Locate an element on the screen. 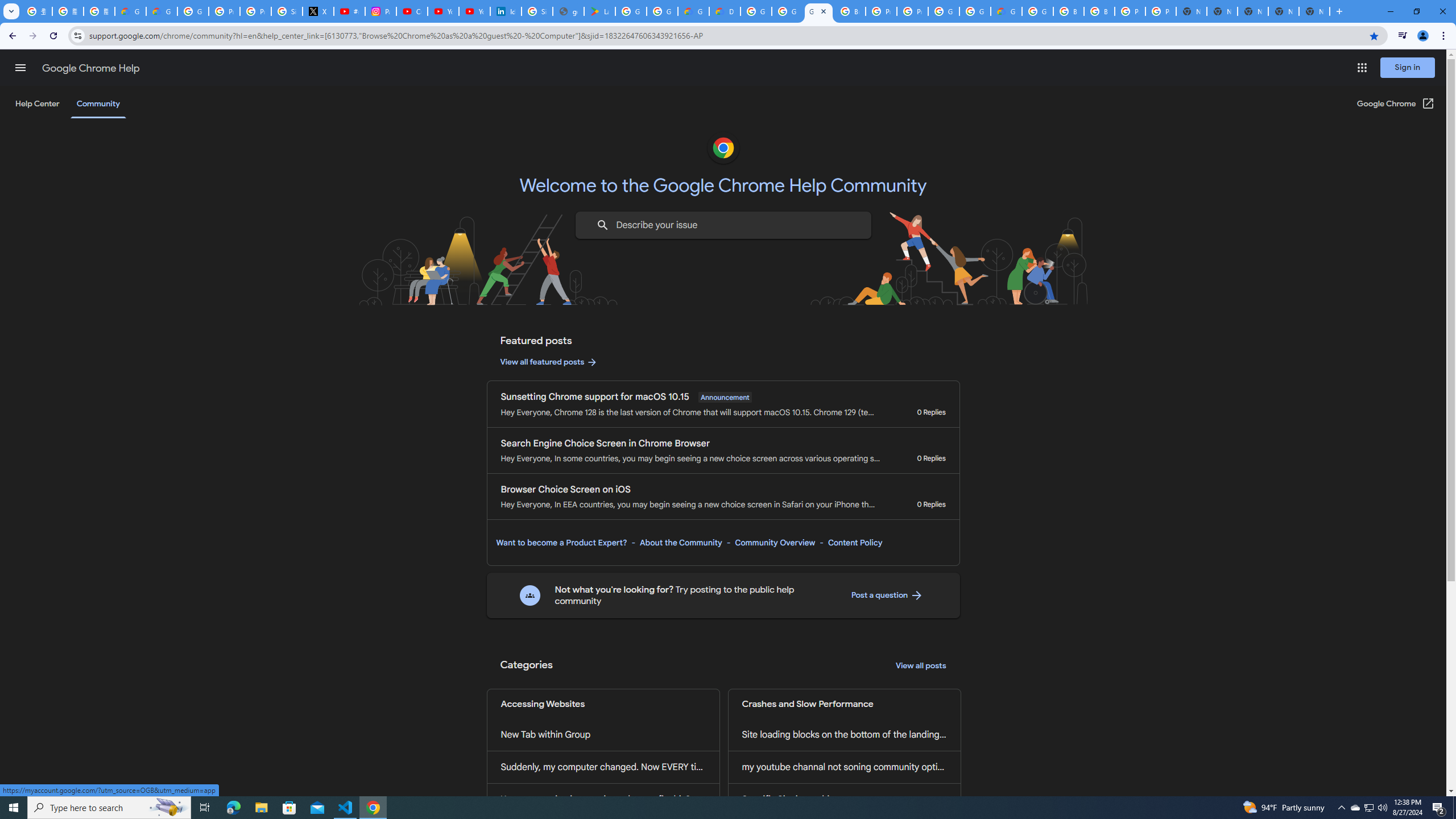  'Google Chrome (Open in a new window)' is located at coordinates (1396, 103).